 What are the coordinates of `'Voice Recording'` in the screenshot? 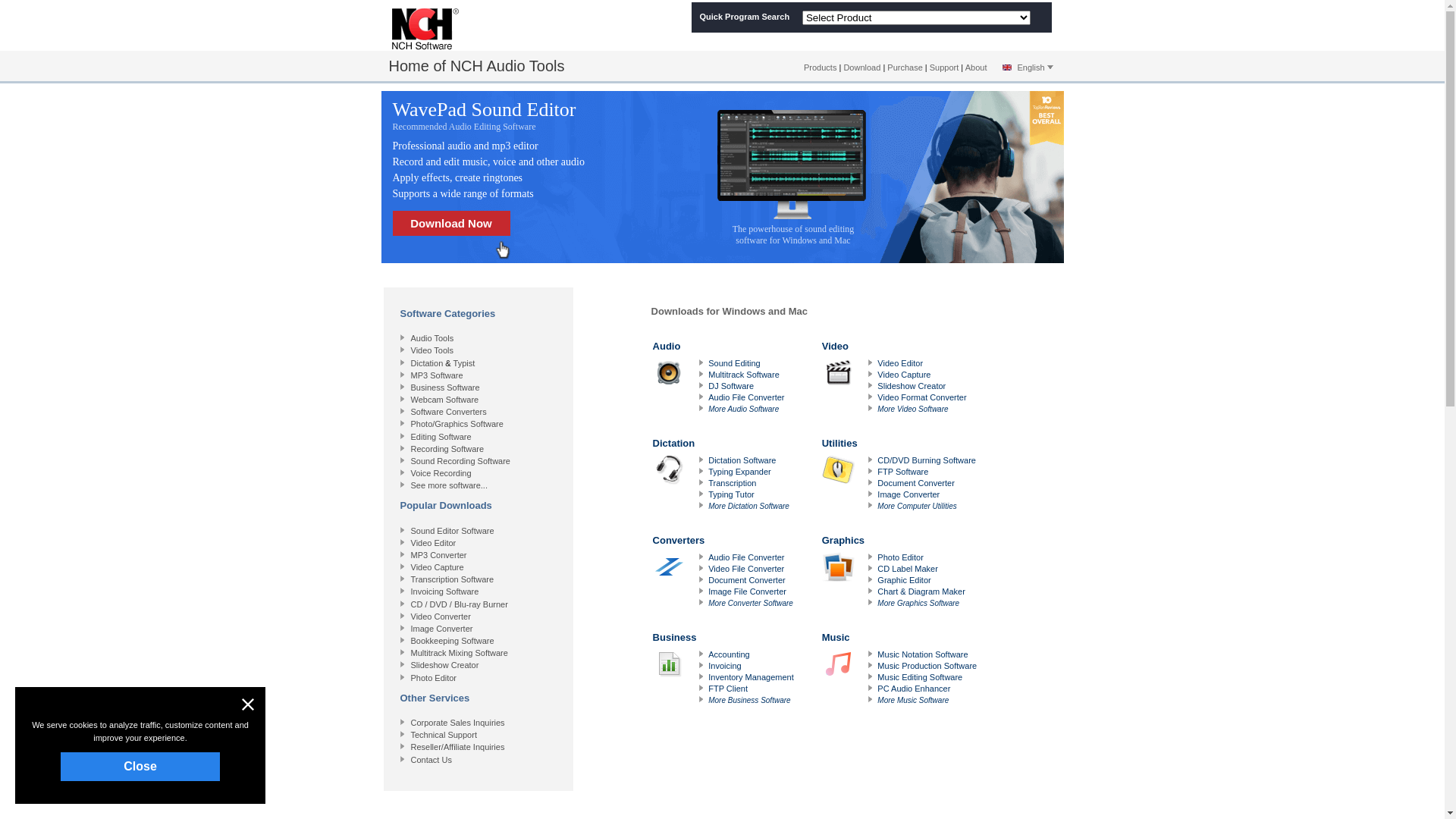 It's located at (440, 472).